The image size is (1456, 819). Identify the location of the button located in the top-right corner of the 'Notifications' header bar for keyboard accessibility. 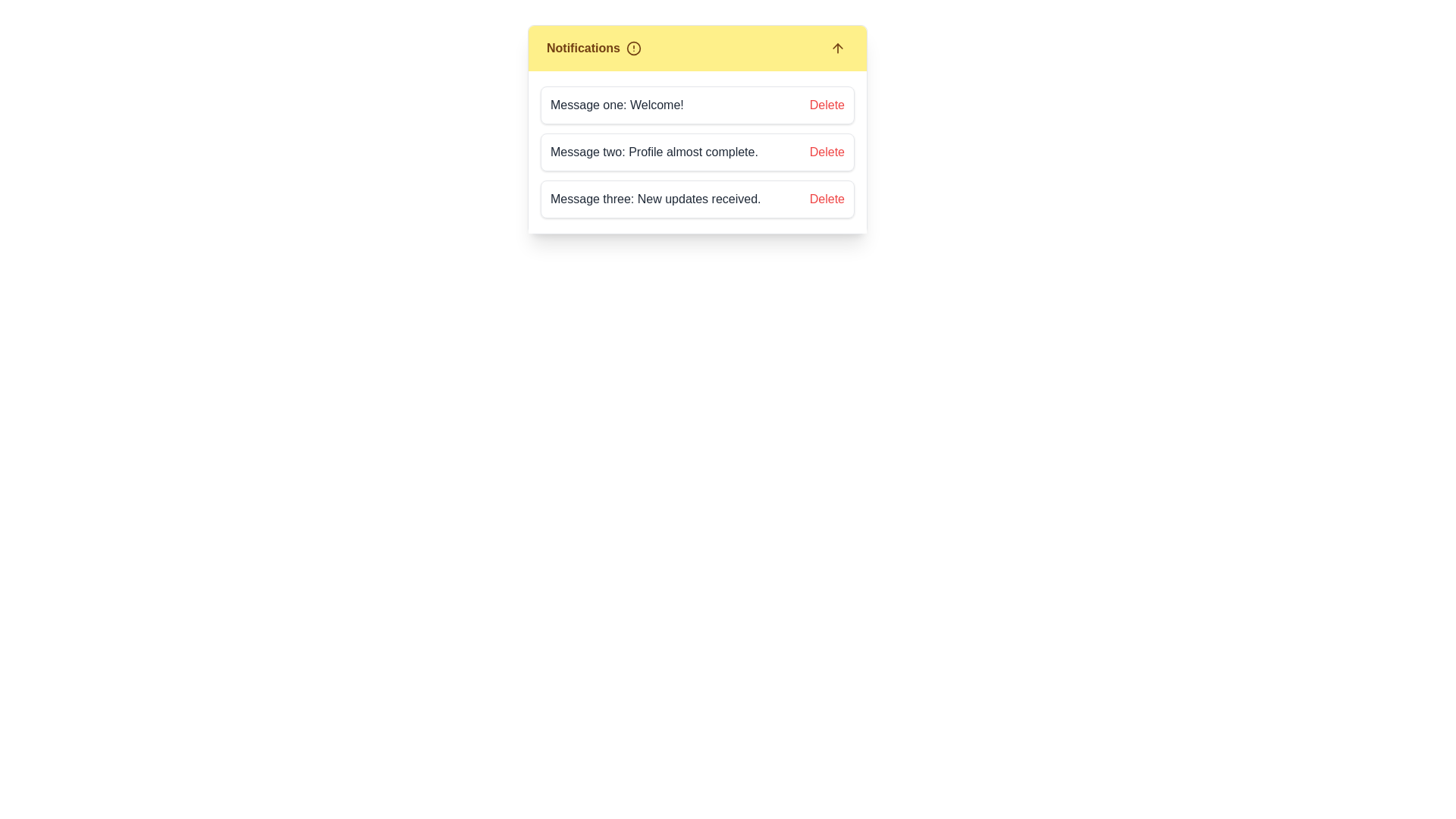
(836, 48).